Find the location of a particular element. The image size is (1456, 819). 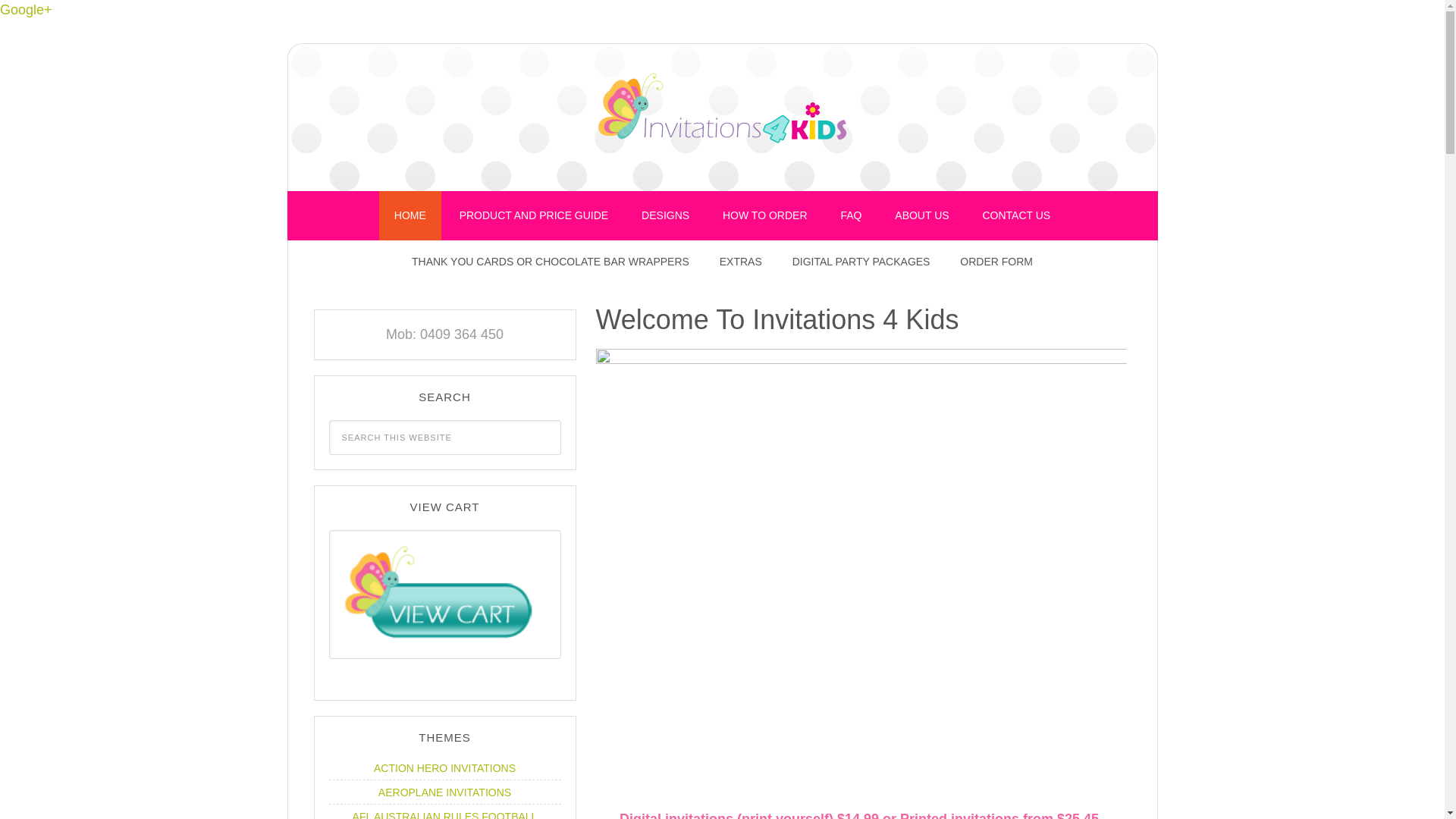

'CONTACT US' is located at coordinates (967, 215).